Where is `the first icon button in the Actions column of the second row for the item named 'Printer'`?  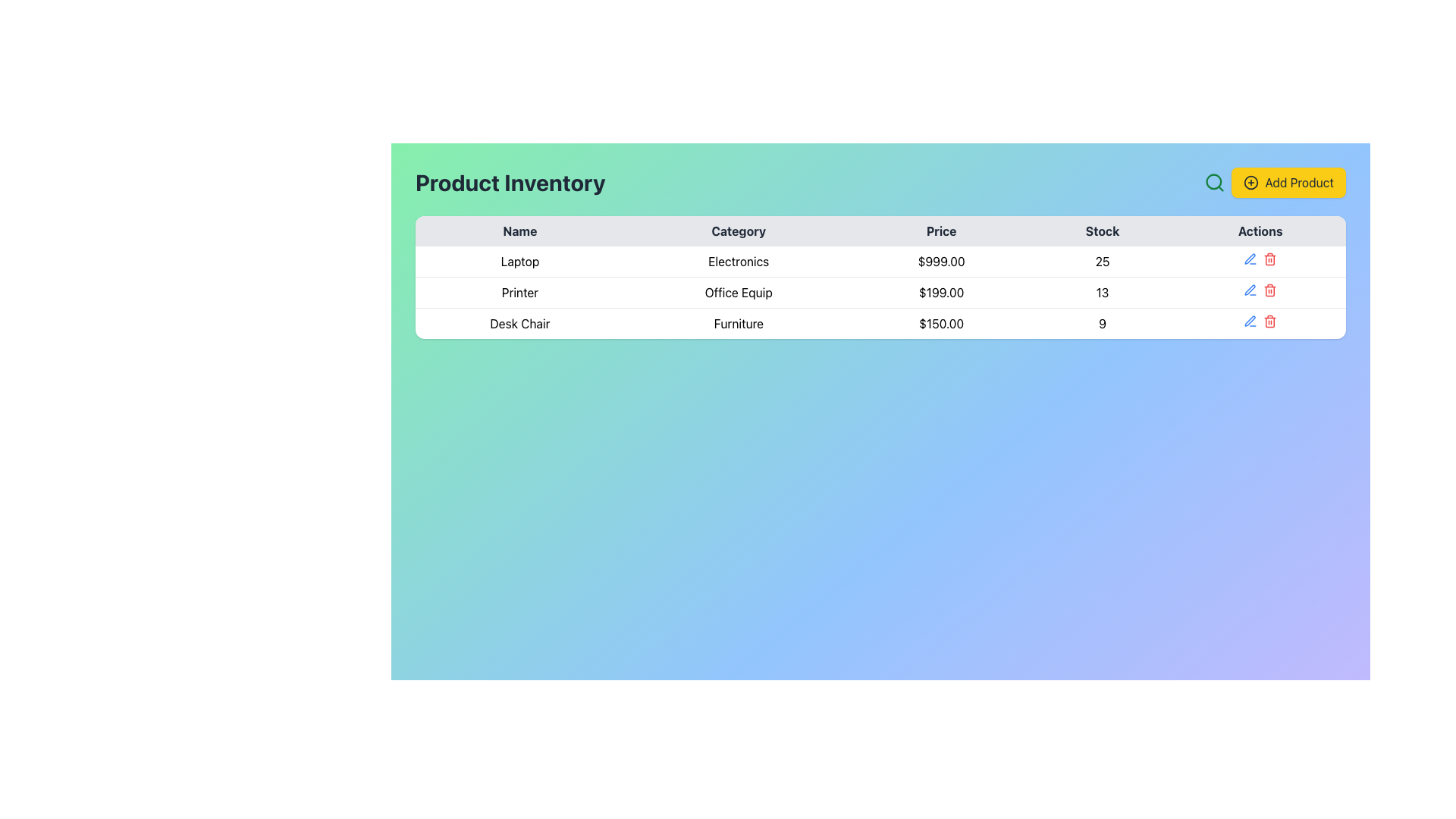 the first icon button in the Actions column of the second row for the item named 'Printer' is located at coordinates (1250, 259).